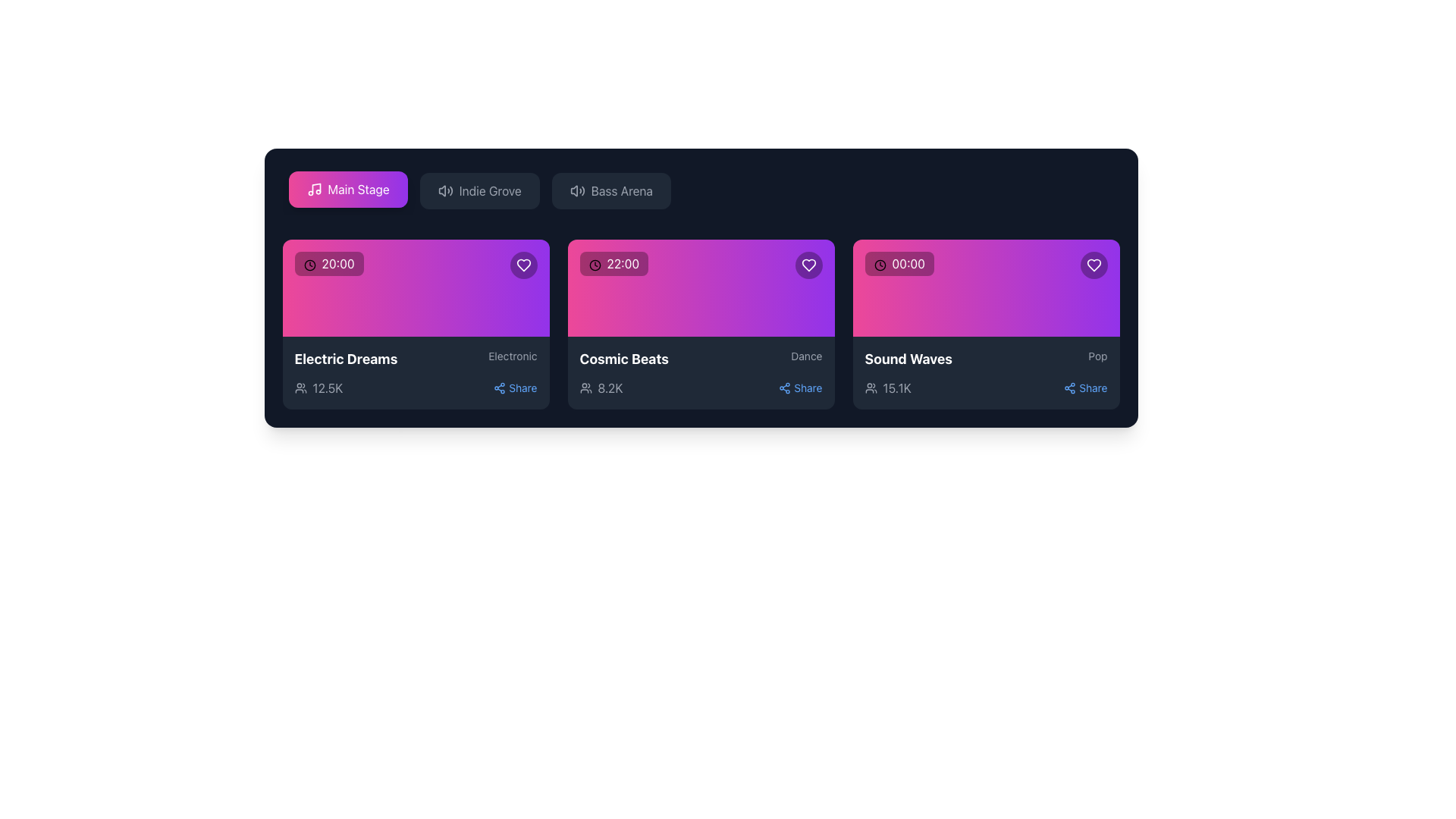 The image size is (1456, 819). Describe the element at coordinates (1094, 265) in the screenshot. I see `the heart icon located in the top-right corner of the 'Sound Waves' card to possibly trigger a tooltip or style change` at that location.